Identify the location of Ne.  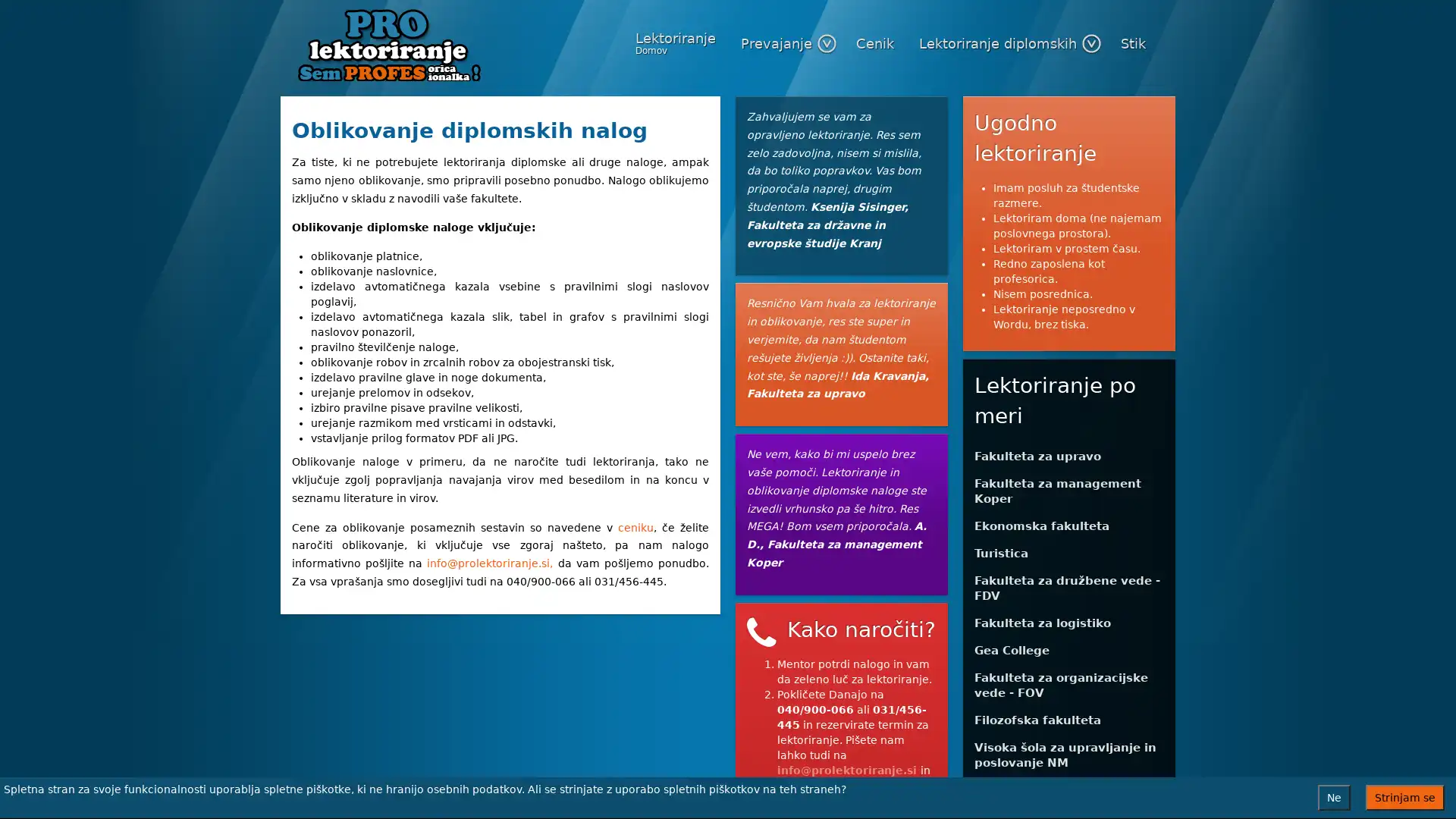
(1333, 797).